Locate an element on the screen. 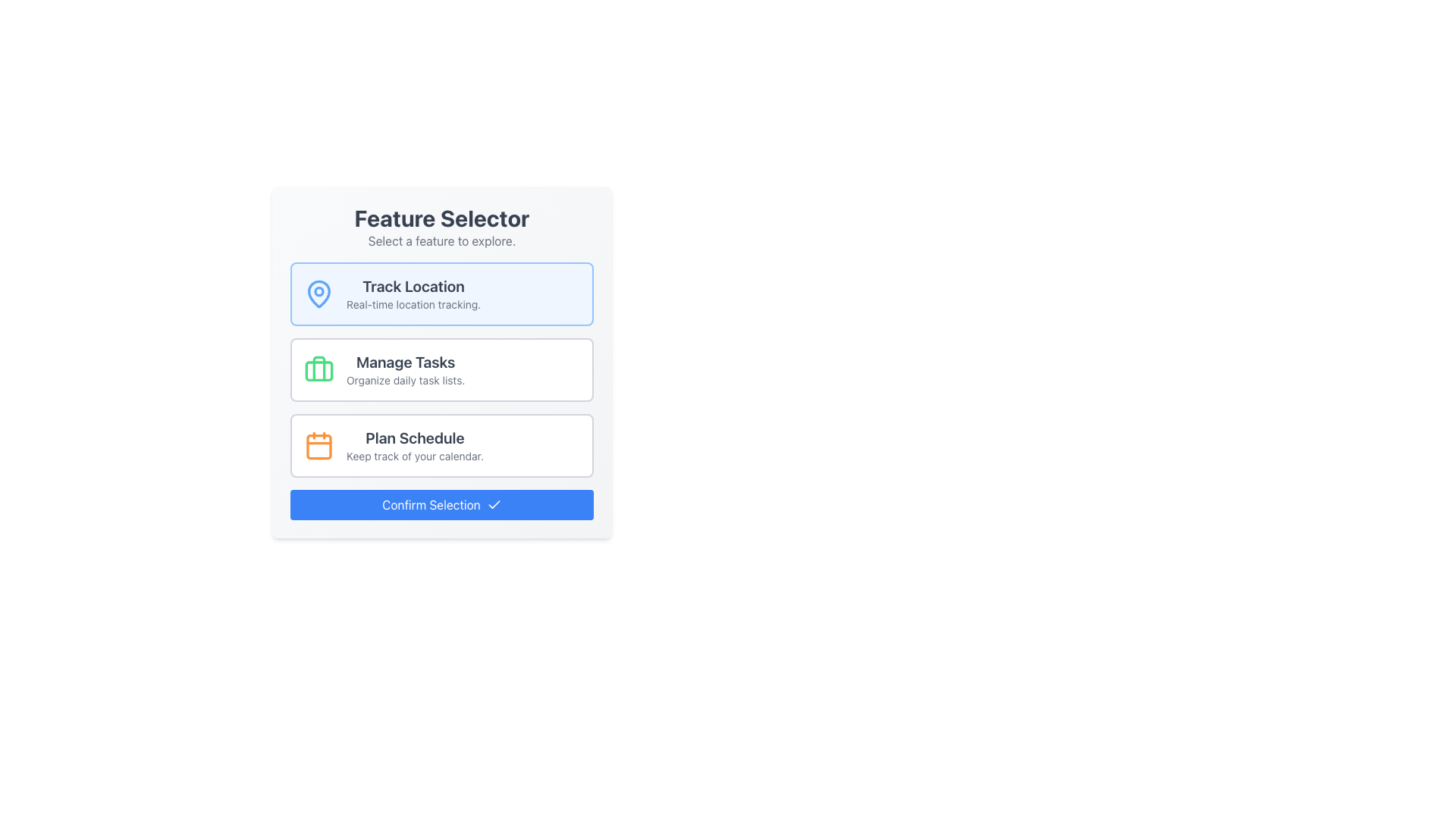 The height and width of the screenshot is (819, 1456). styling of the descriptive text label located beneath the 'Track Location' title in the 'Track Location' card is located at coordinates (413, 304).